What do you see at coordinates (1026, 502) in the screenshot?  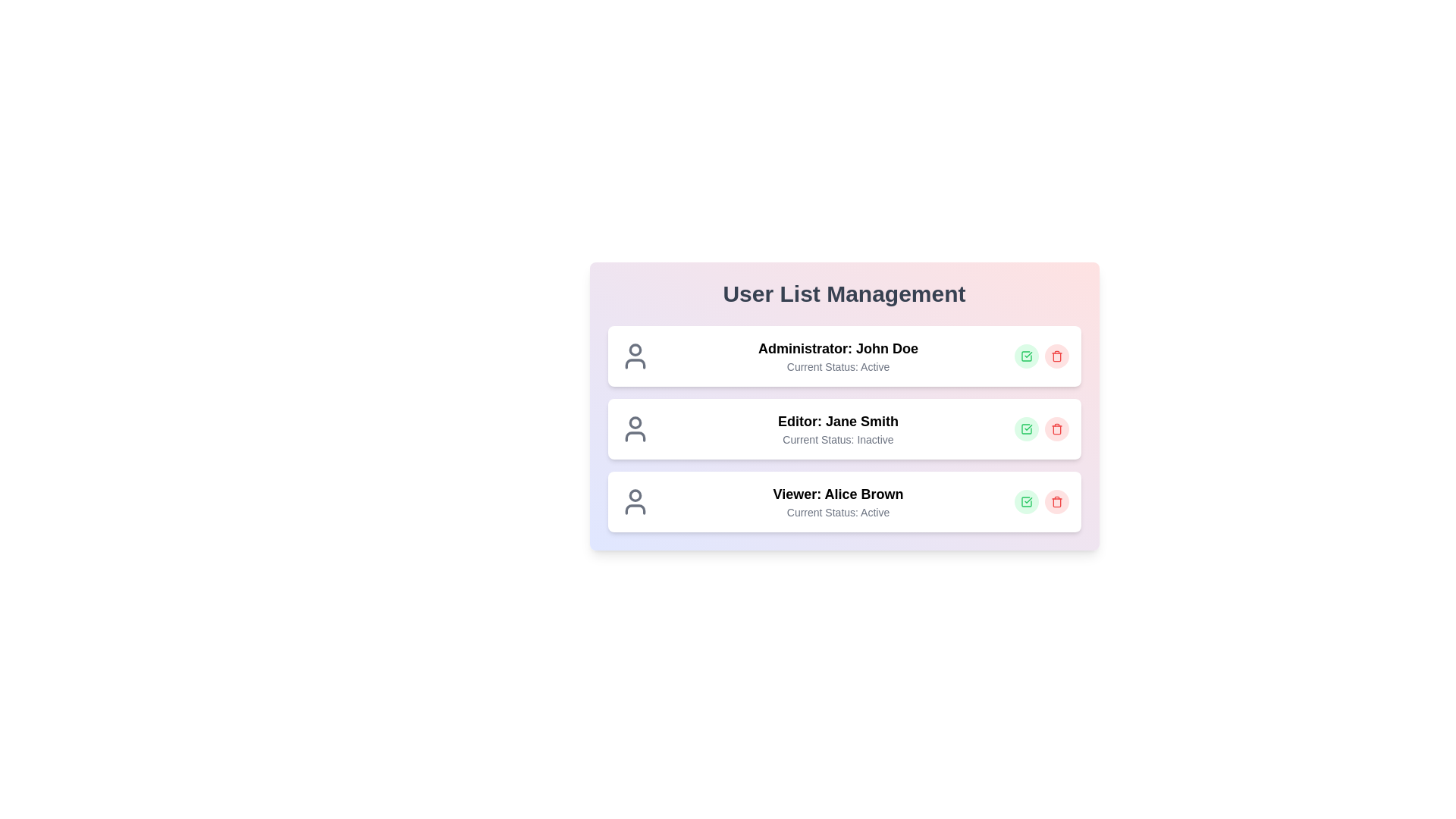 I see `the status represented by the green confirmation icon located in the topmost user panel, adjacent to 'Administrator: John Doe' and left of the red trashcan icon` at bounding box center [1026, 502].